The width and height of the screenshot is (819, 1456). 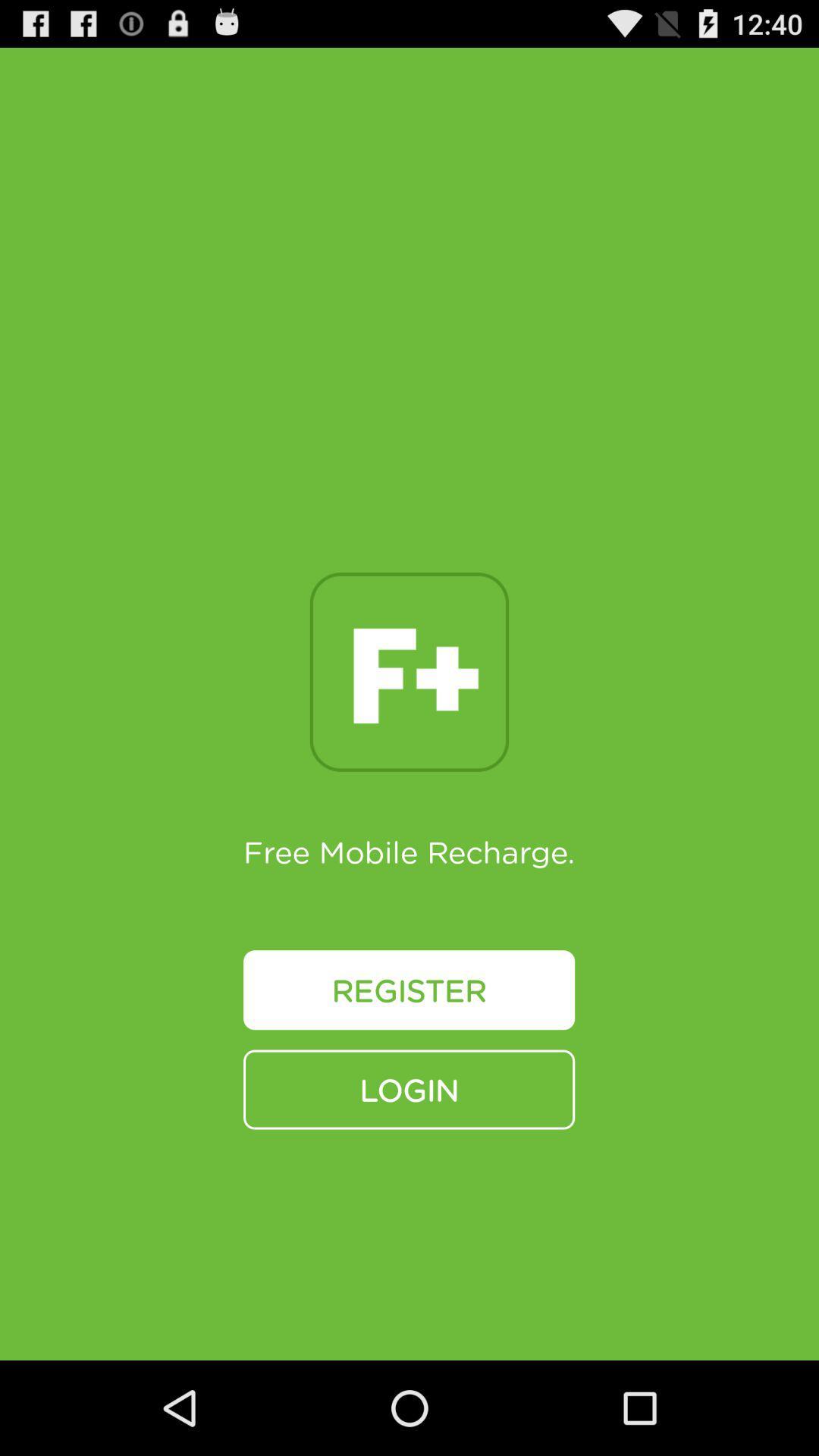 What do you see at coordinates (408, 990) in the screenshot?
I see `register button` at bounding box center [408, 990].